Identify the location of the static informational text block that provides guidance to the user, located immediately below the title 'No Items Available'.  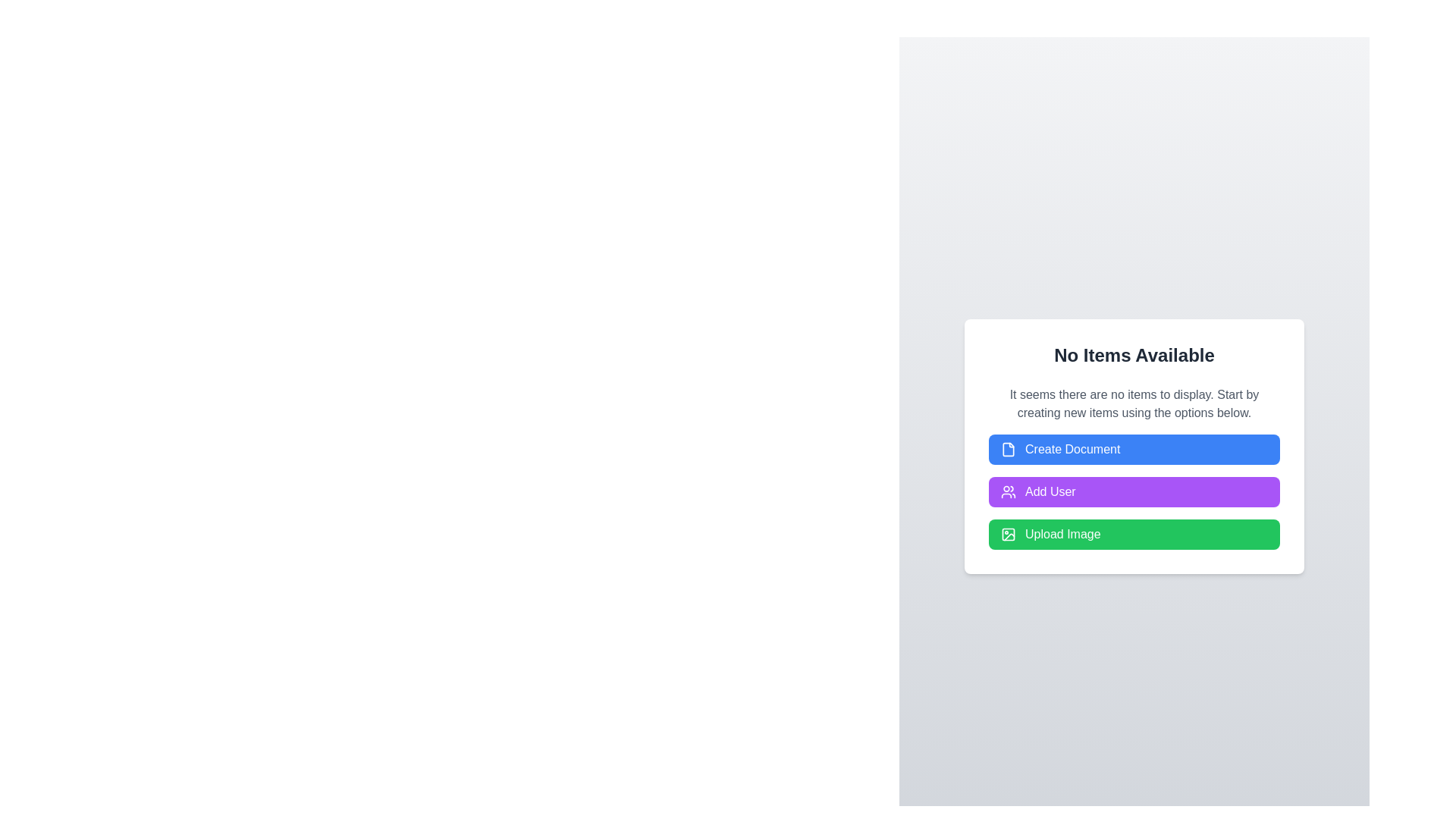
(1134, 403).